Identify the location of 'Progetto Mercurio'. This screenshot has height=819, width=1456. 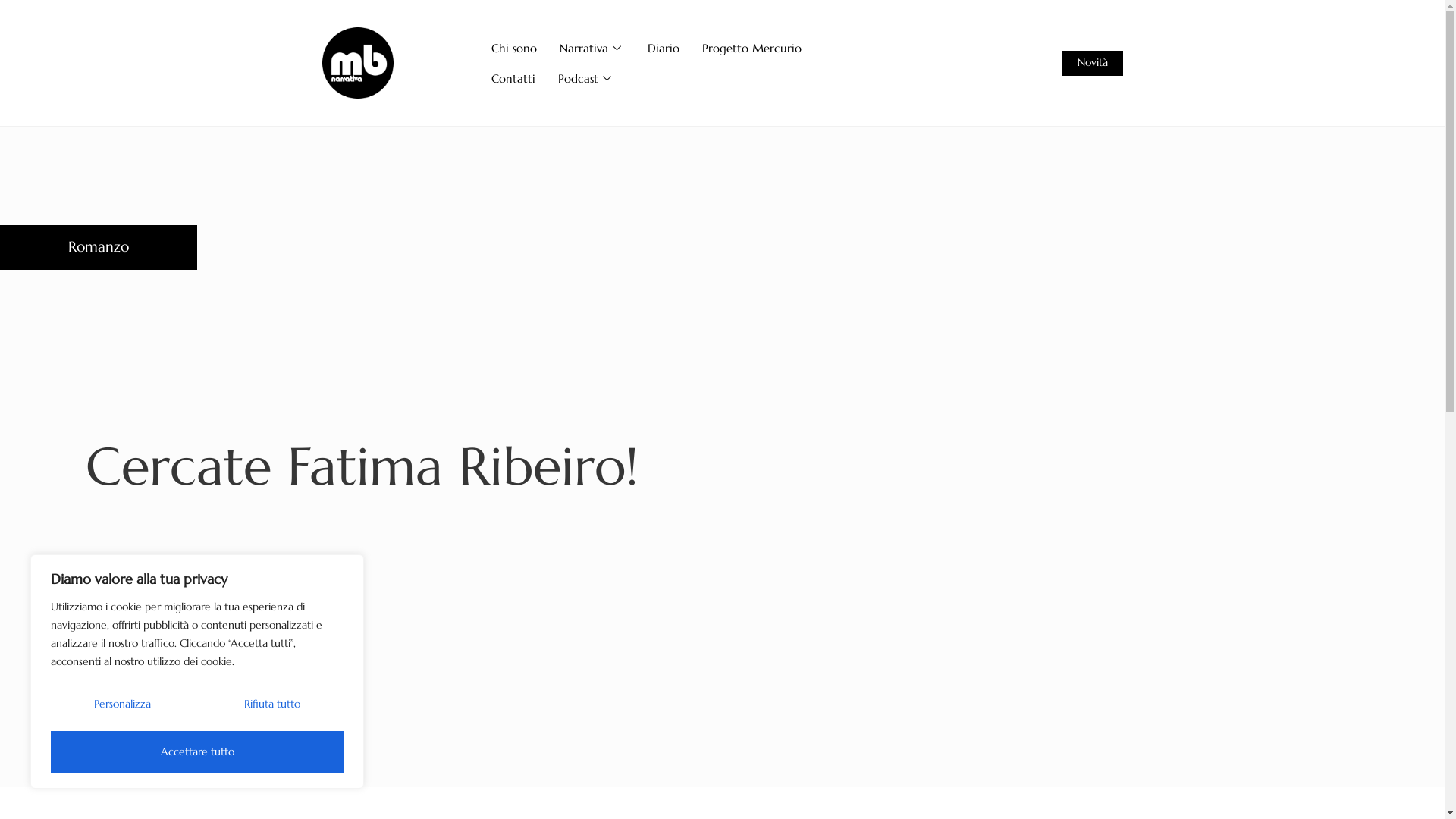
(752, 46).